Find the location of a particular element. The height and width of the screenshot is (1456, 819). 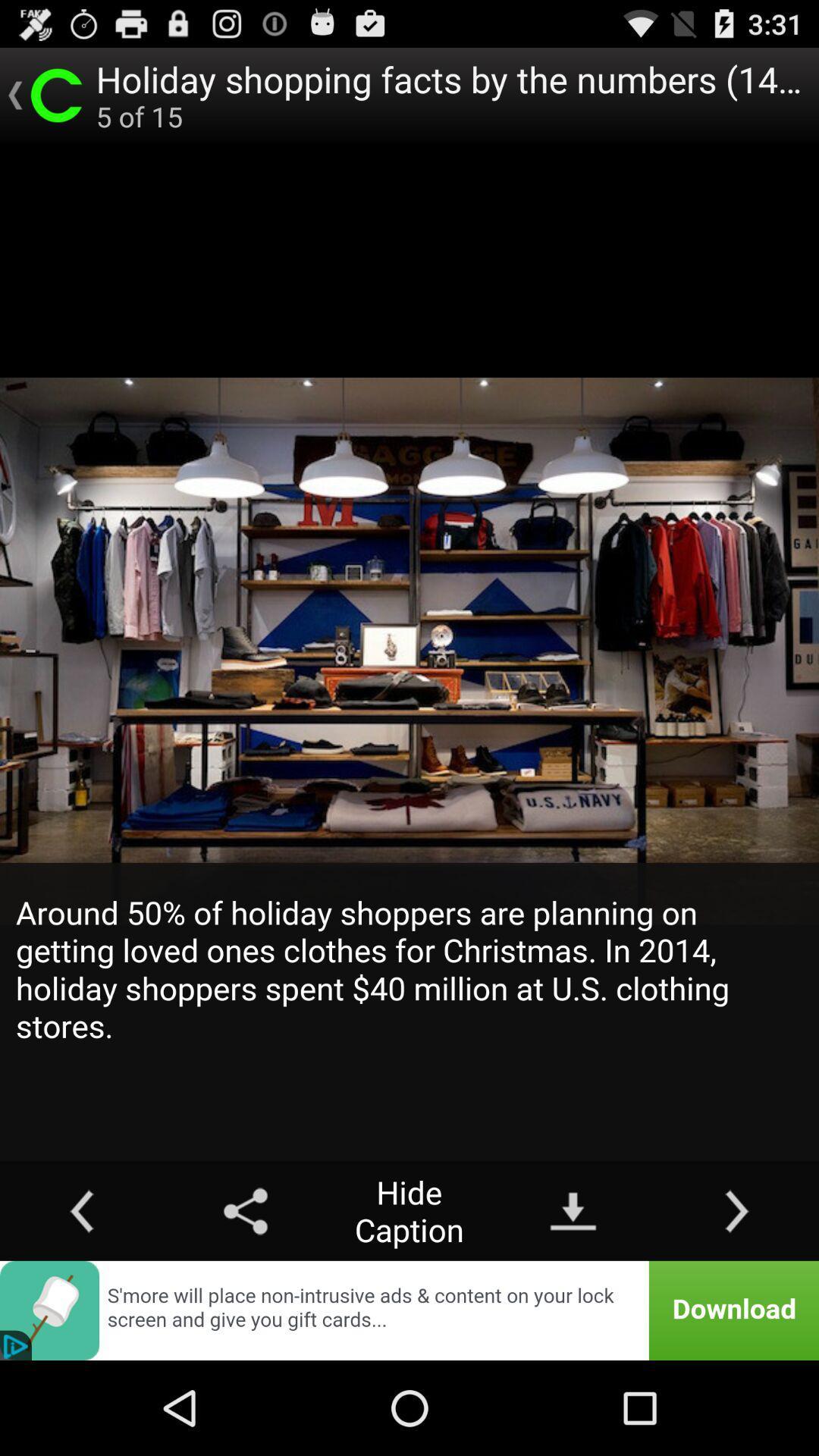

the icon below 5 of 15 icon is located at coordinates (409, 1012).